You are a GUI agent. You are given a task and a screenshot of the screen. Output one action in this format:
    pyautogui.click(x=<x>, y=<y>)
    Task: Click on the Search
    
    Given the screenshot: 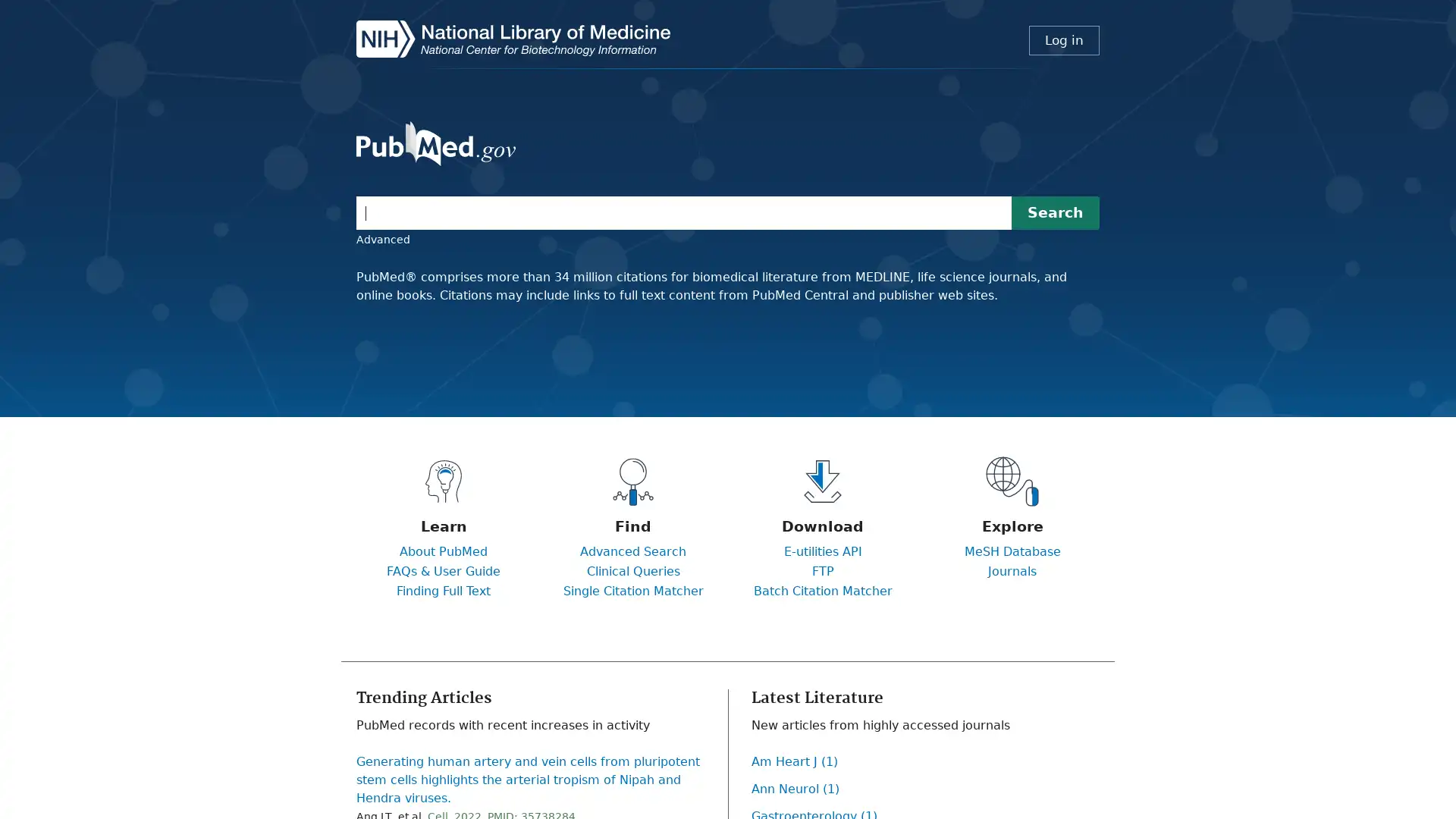 What is the action you would take?
    pyautogui.click(x=1055, y=213)
    